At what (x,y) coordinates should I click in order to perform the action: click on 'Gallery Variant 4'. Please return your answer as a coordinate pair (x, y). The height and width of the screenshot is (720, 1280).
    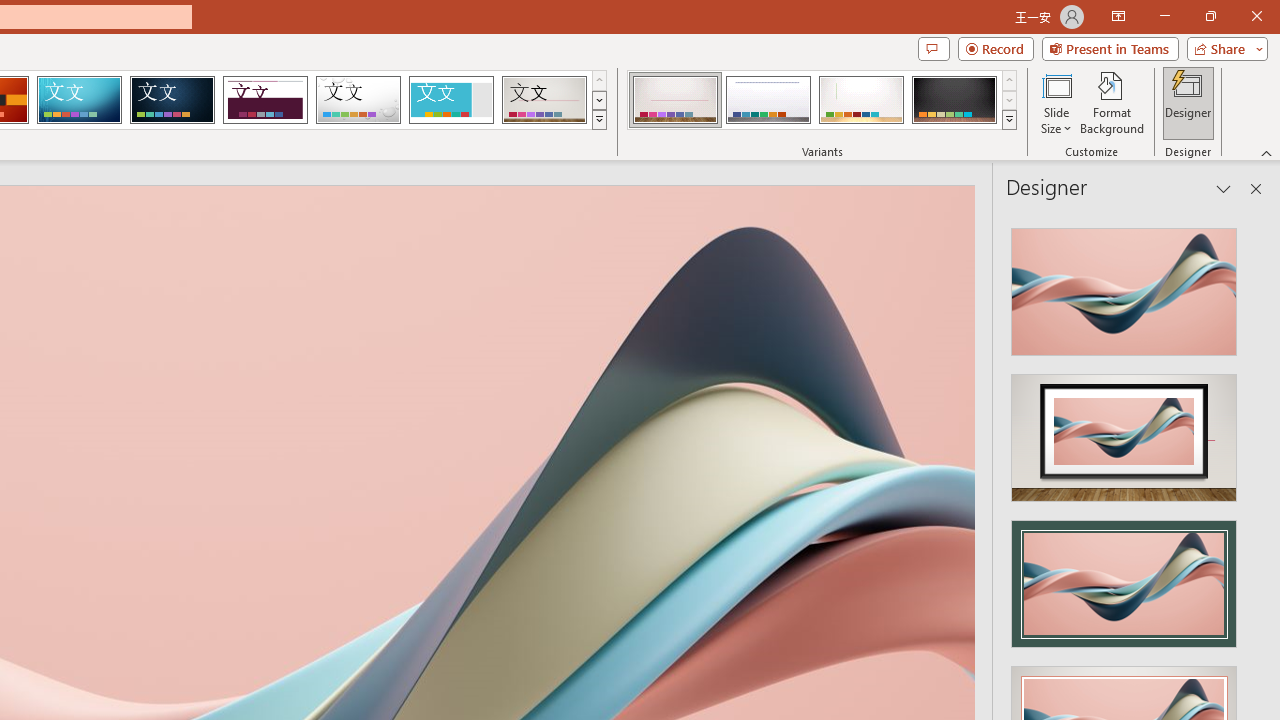
    Looking at the image, I should click on (953, 100).